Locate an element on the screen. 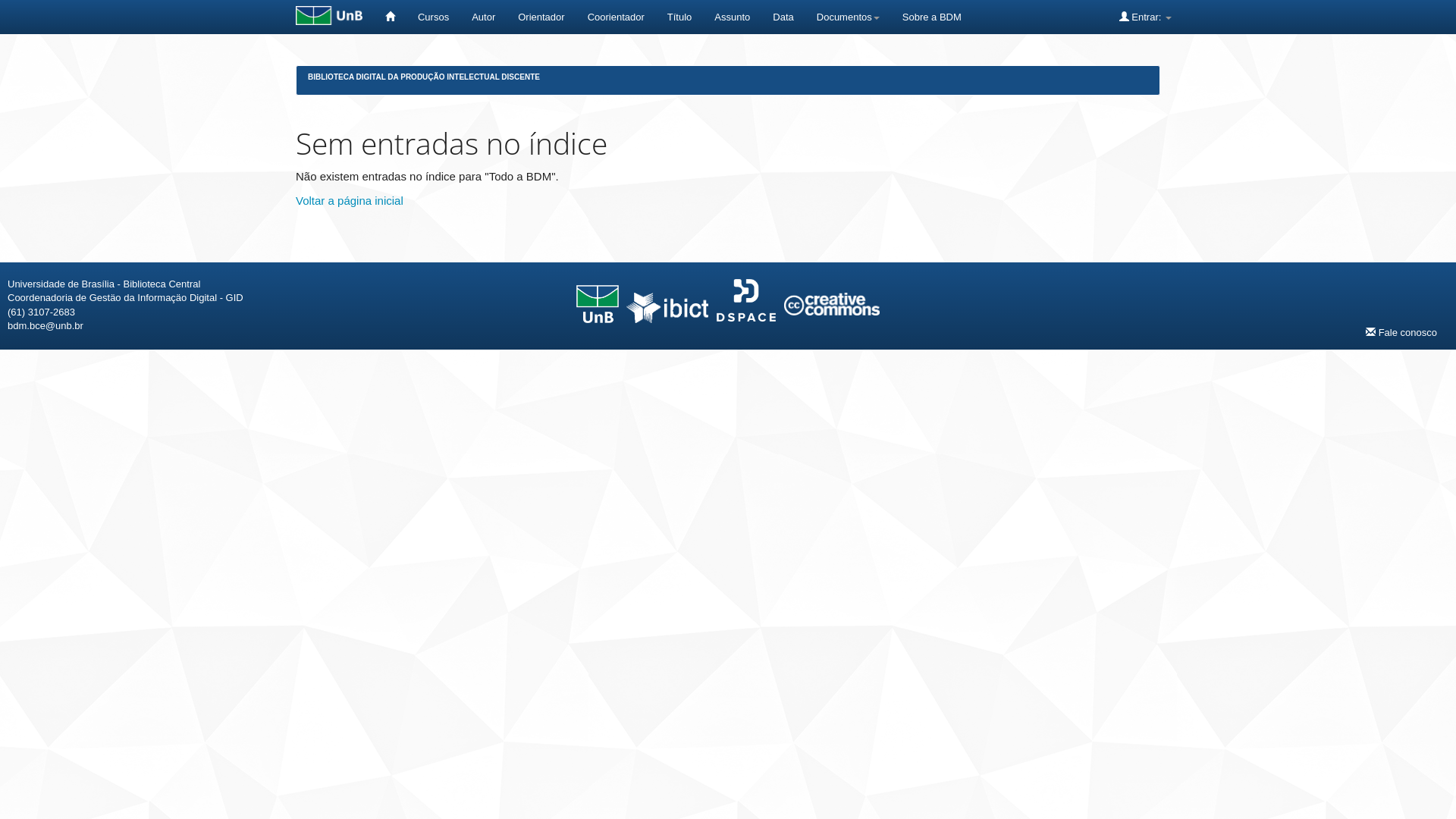  'Entrar:' is located at coordinates (1145, 17).